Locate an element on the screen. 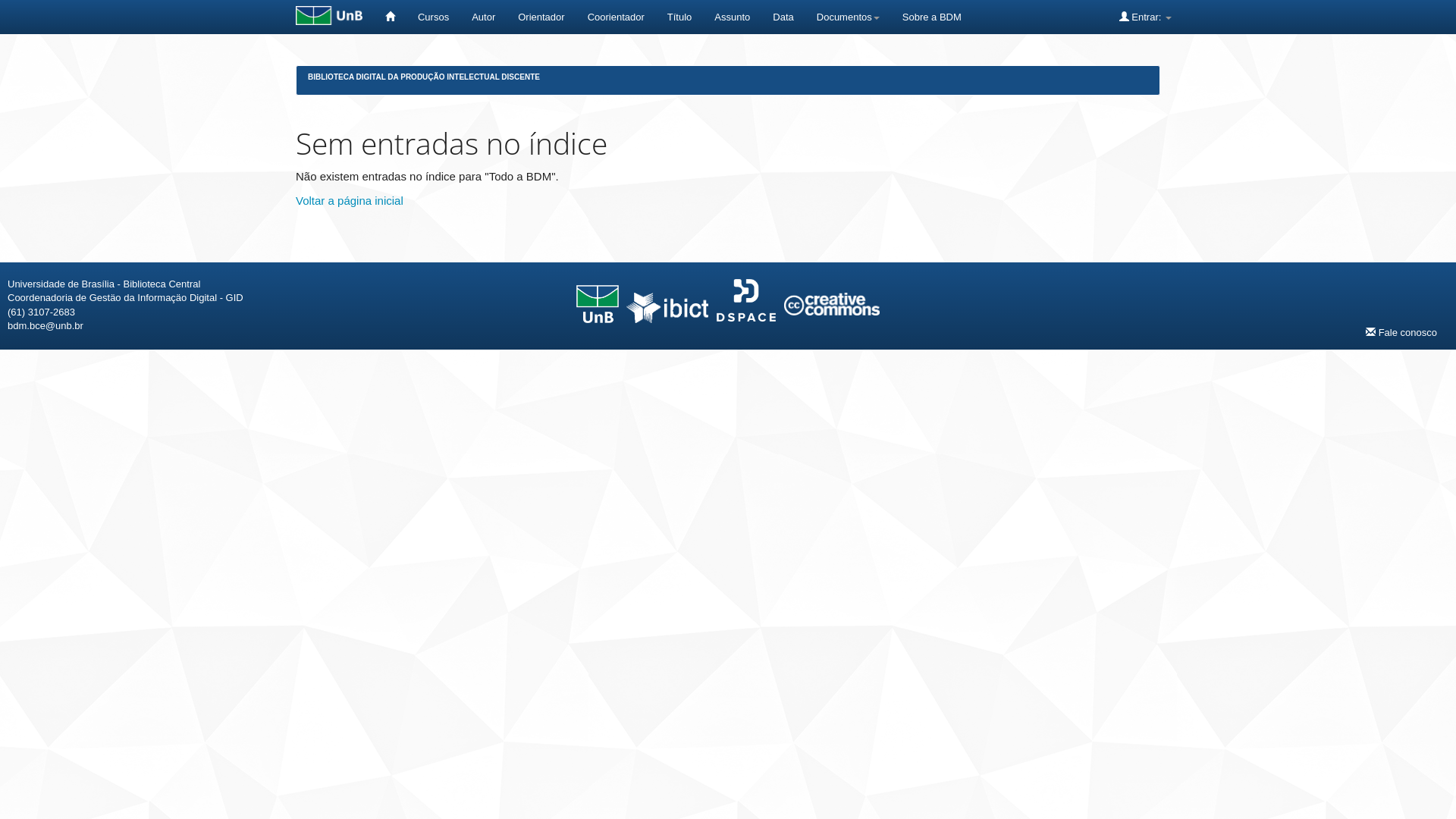  'Entrar:' is located at coordinates (1145, 17).